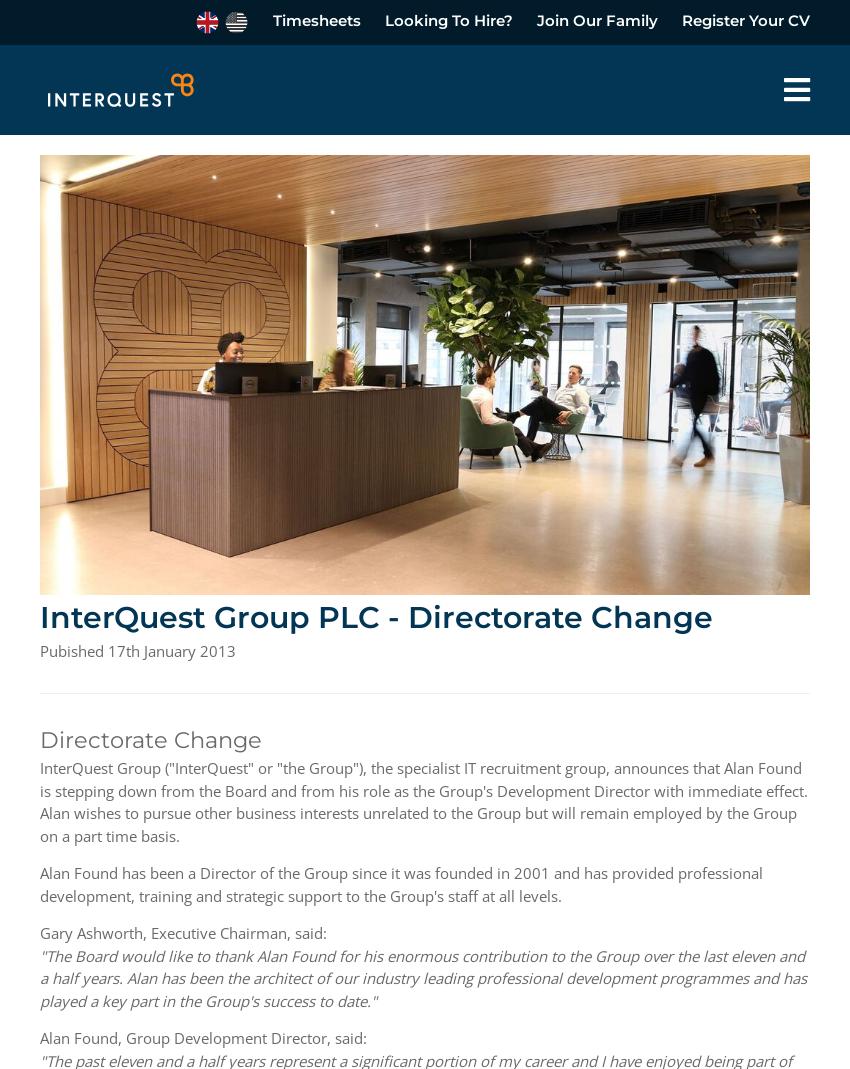 The image size is (850, 1069). I want to click on 'Directorate Change', so click(150, 737).